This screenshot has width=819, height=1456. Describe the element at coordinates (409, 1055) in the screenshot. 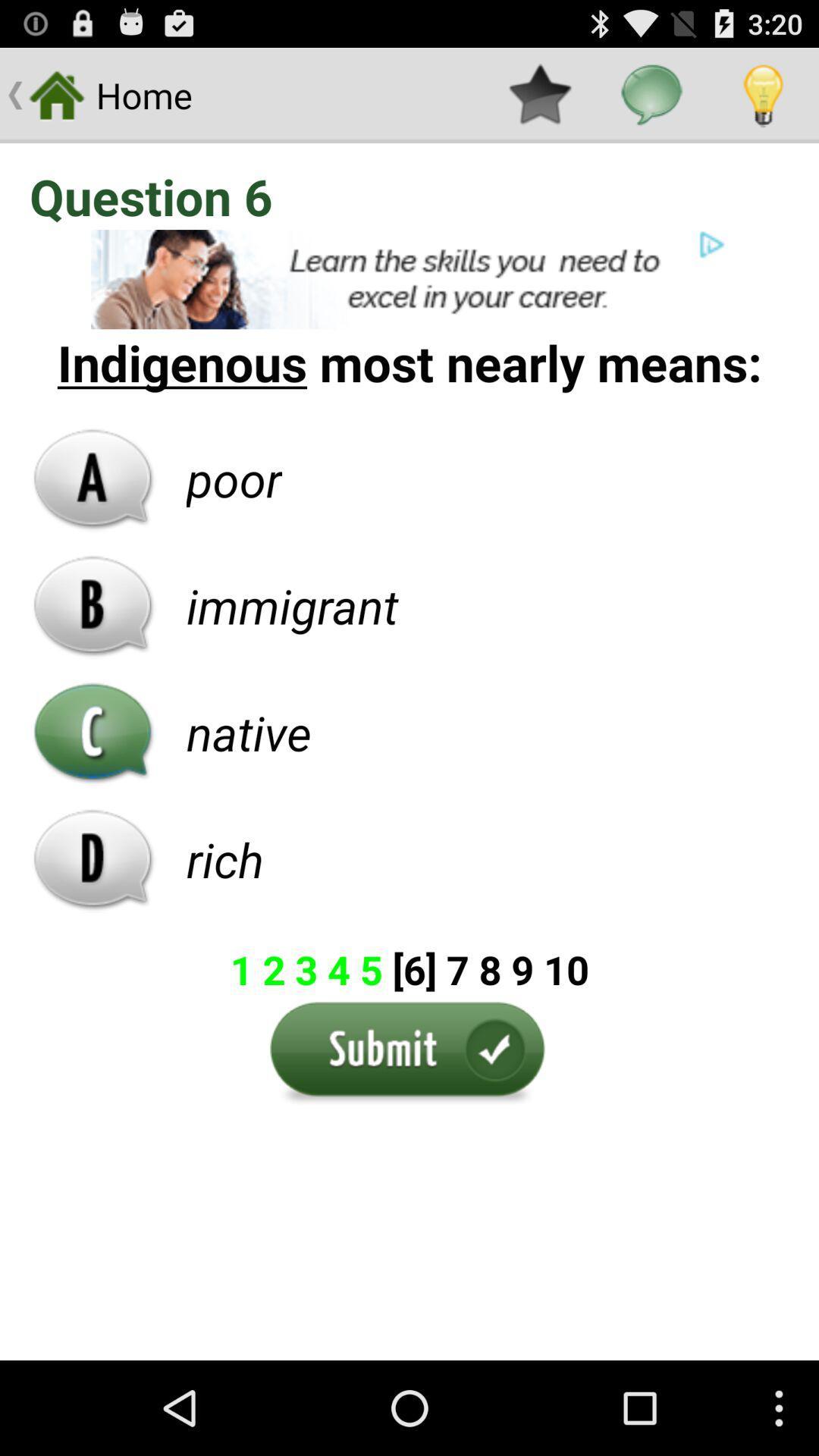

I see `the submit option` at that location.